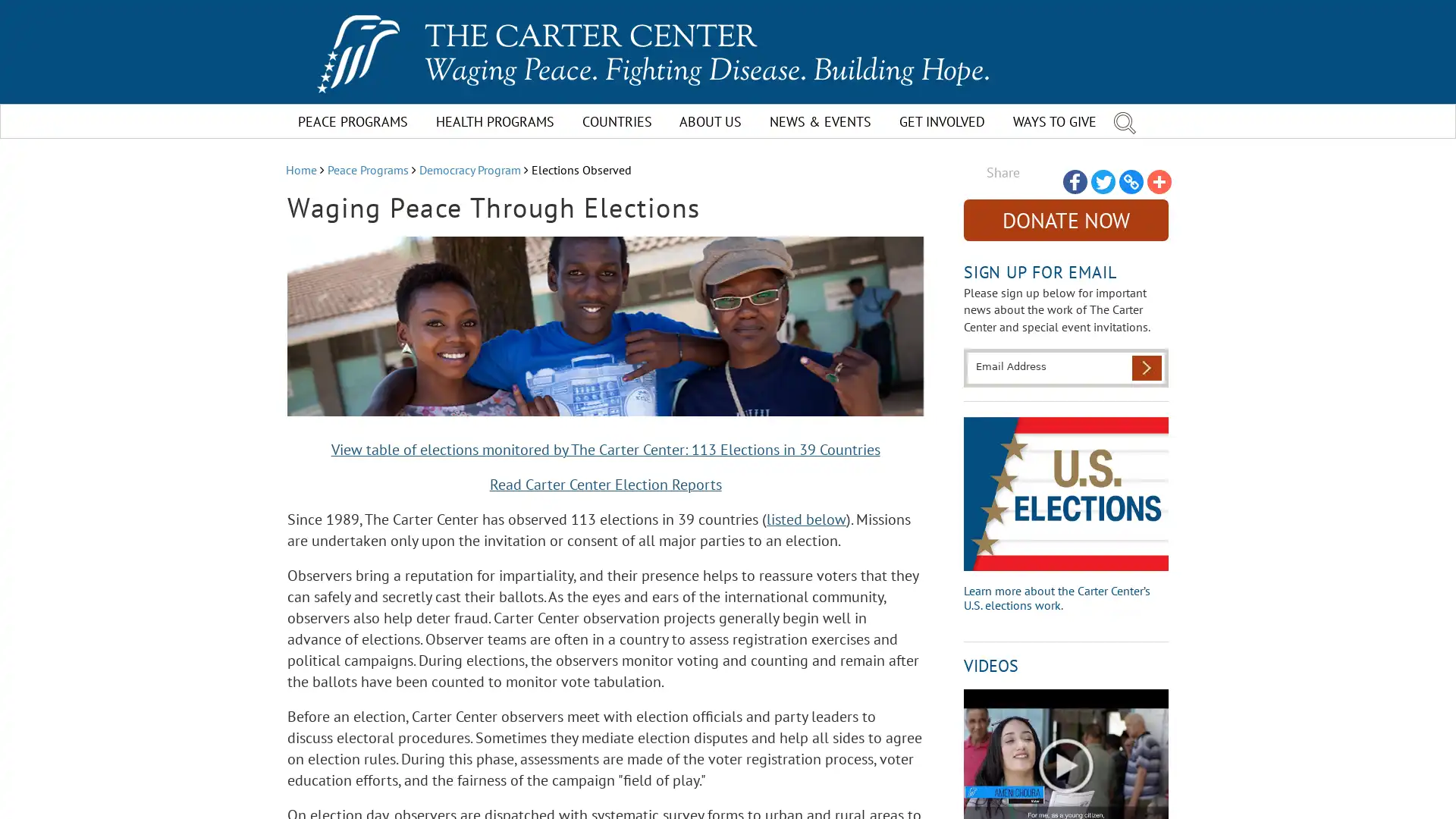  Describe the element at coordinates (1131, 180) in the screenshot. I see `Share to Copy Link` at that location.